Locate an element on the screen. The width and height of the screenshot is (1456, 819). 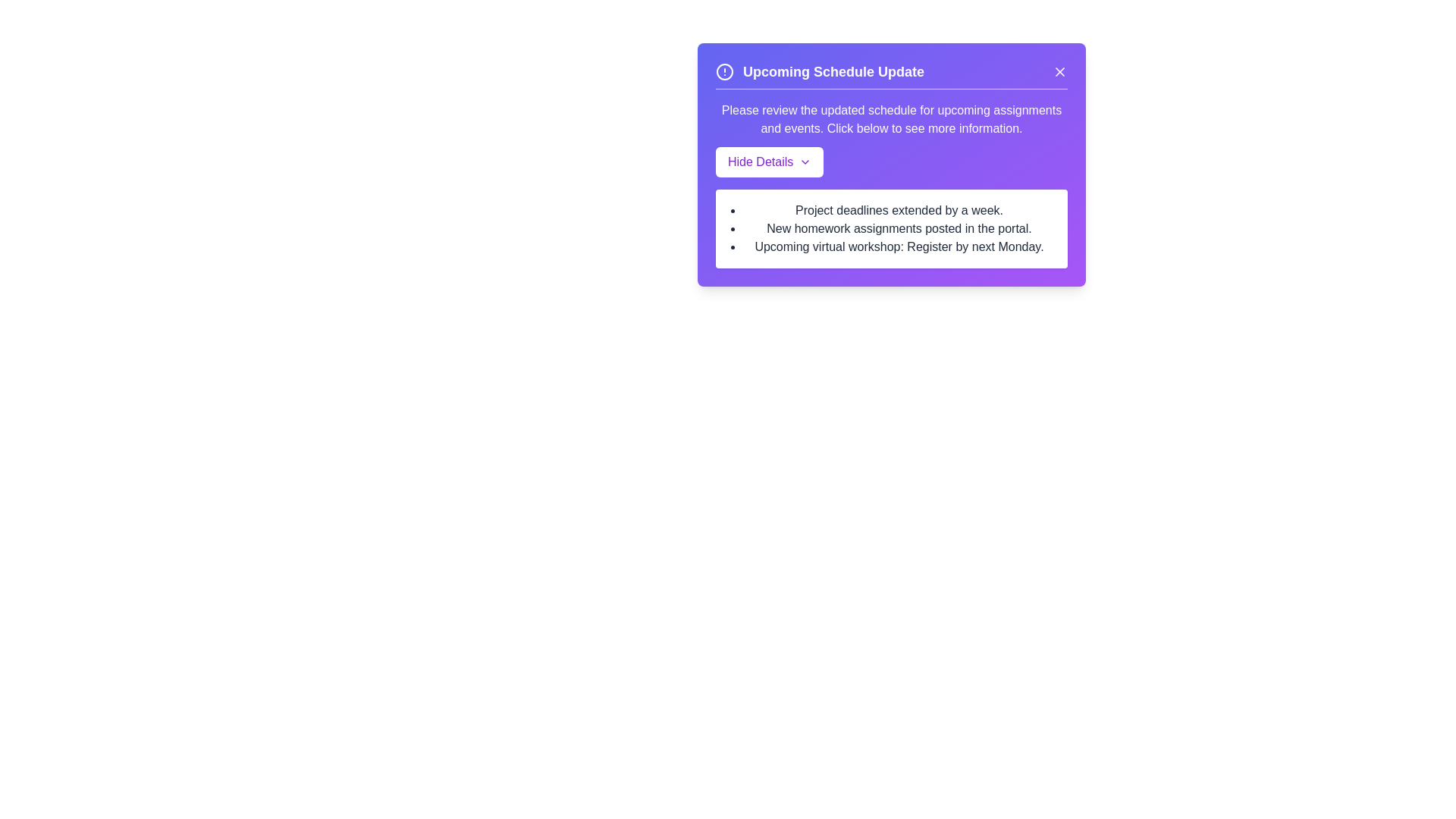
the 'Hide Details' button to toggle the visibility of additional information is located at coordinates (769, 162).